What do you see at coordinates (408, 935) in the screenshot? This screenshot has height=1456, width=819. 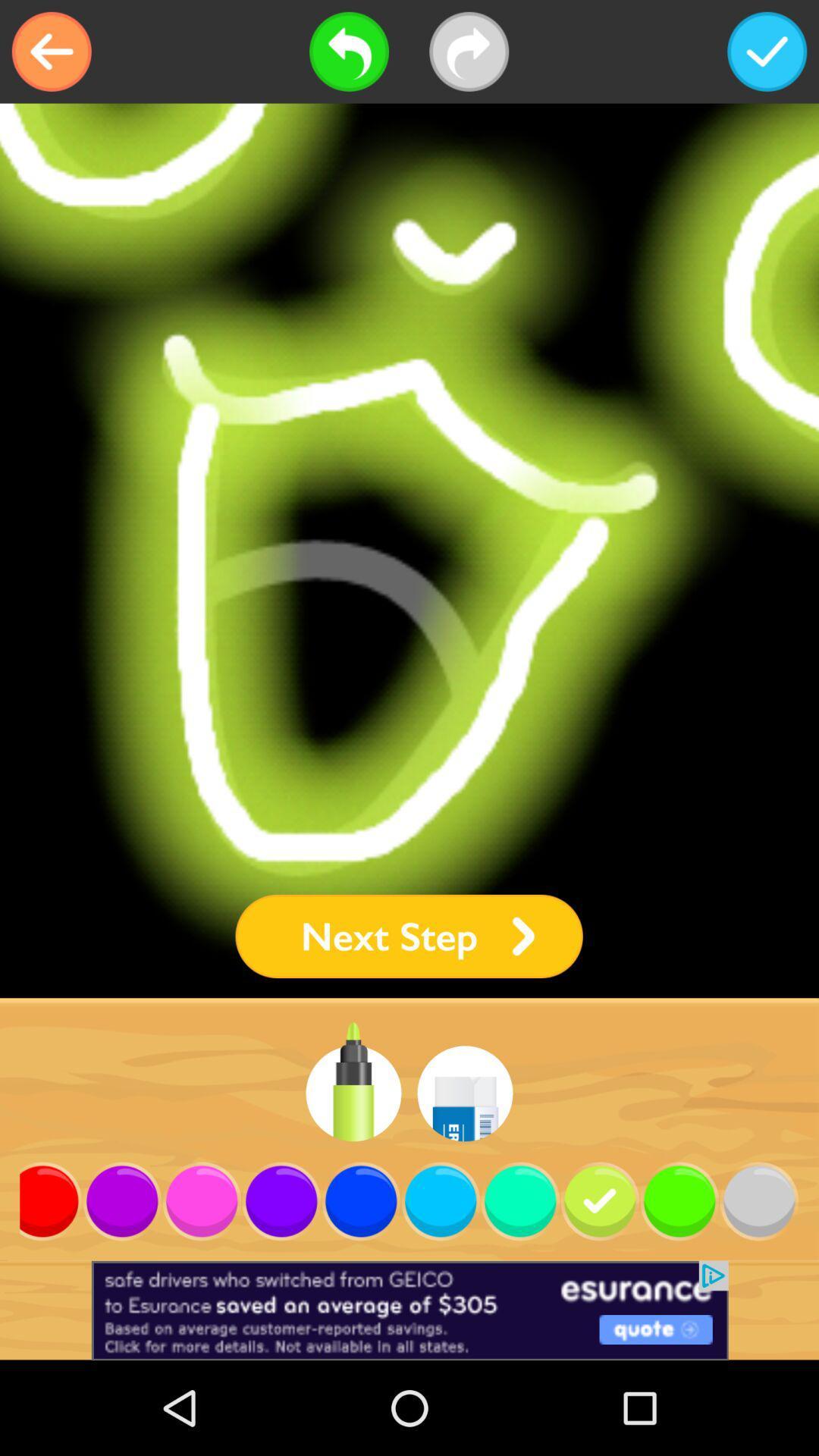 I see `next step icon` at bounding box center [408, 935].